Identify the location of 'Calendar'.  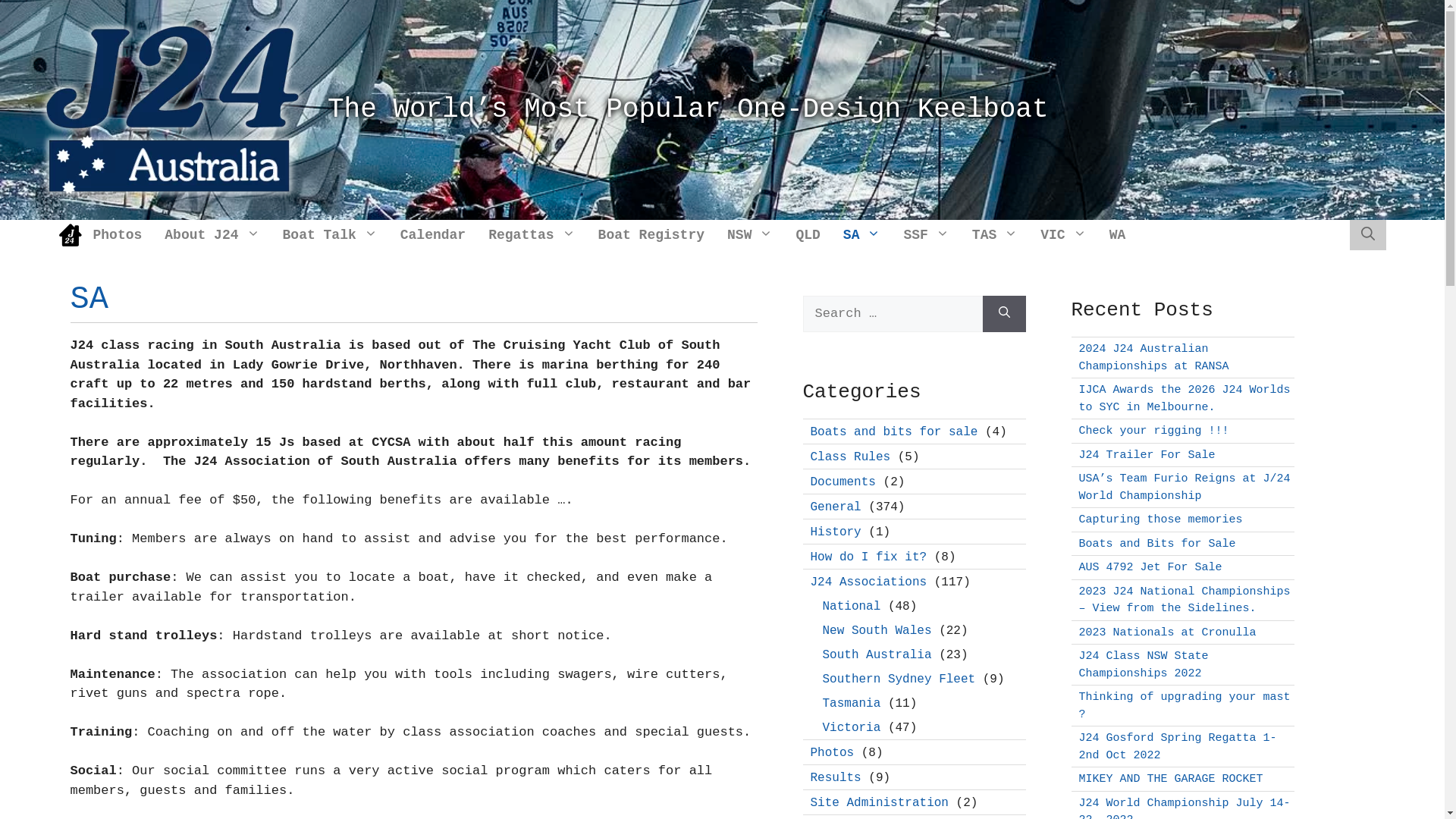
(432, 234).